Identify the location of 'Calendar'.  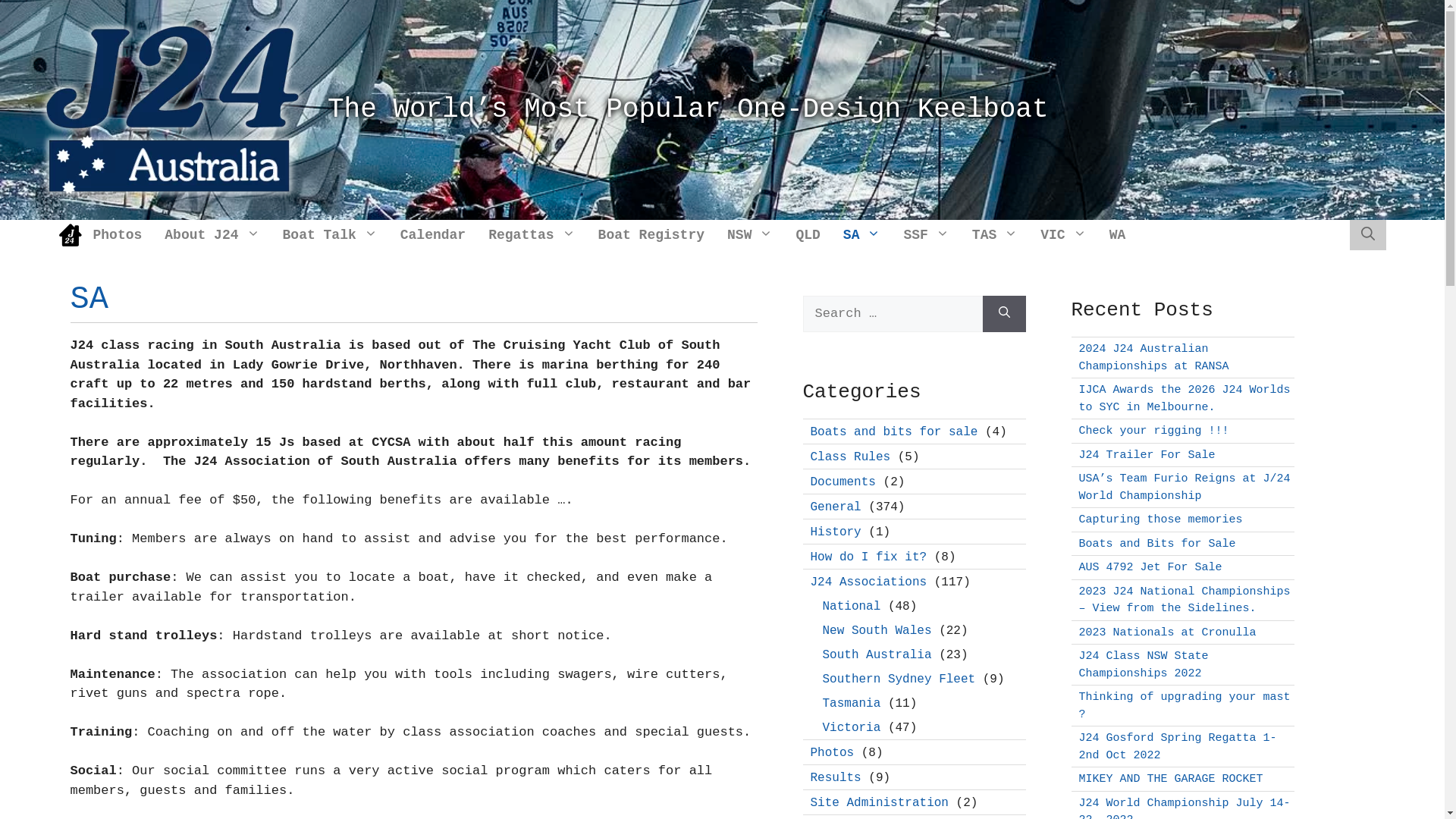
(432, 234).